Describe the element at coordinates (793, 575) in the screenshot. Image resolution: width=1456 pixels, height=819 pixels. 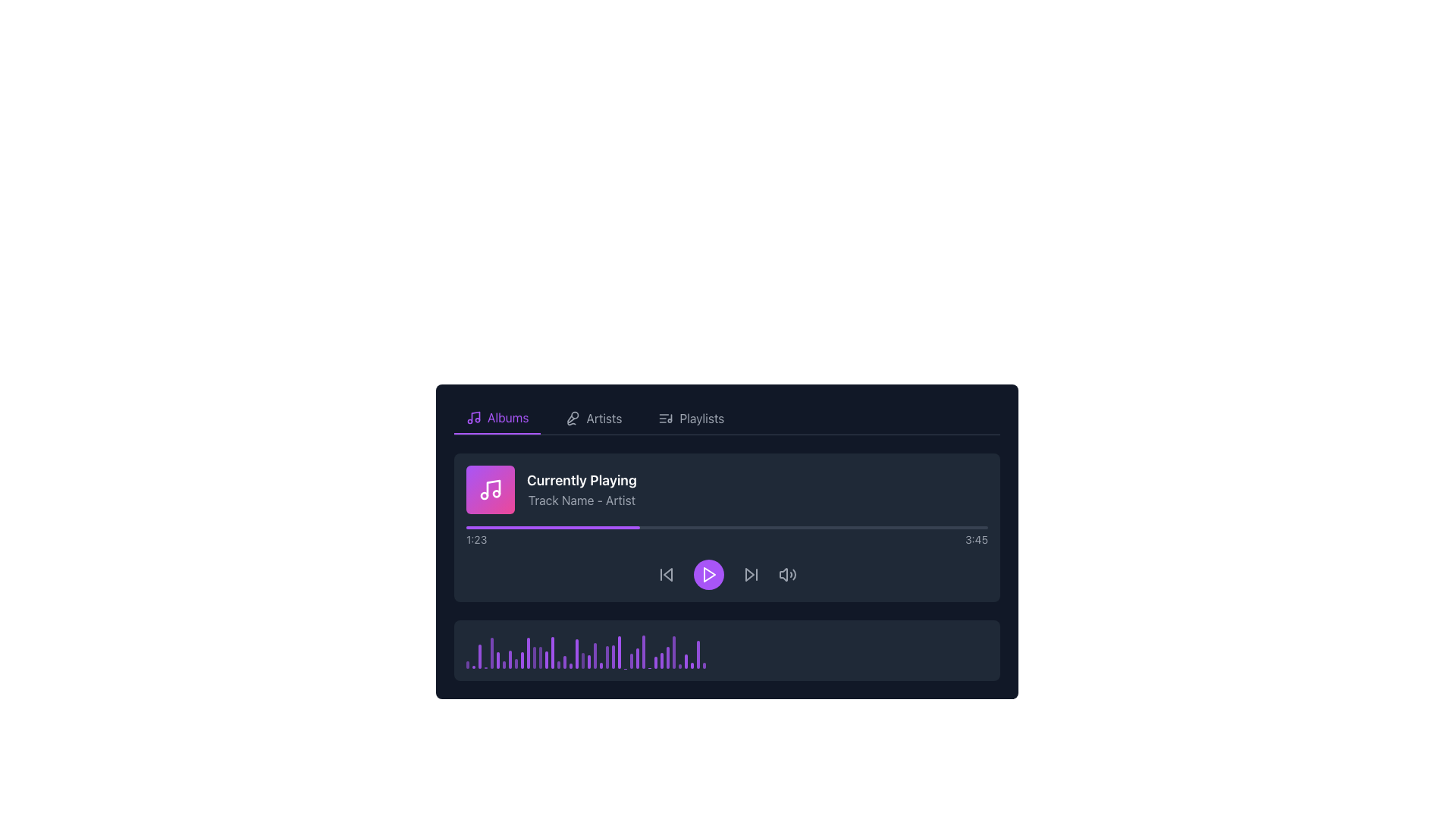
I see `the third wave line from the left in the bottom section of the media controls interface, which is a curved line representing part of a sound wave radiating outward` at that location.